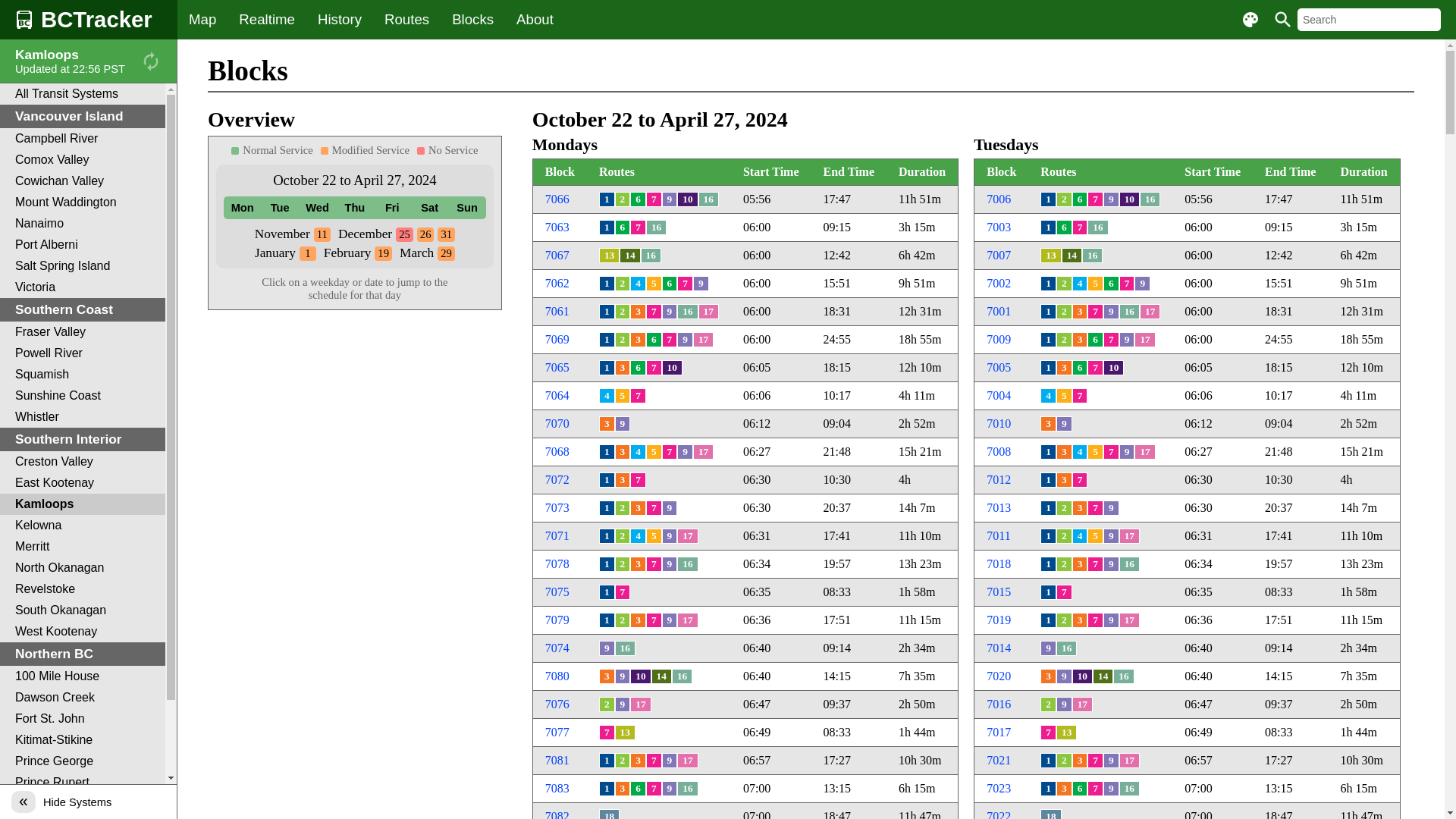  I want to click on '9', so click(1063, 424).